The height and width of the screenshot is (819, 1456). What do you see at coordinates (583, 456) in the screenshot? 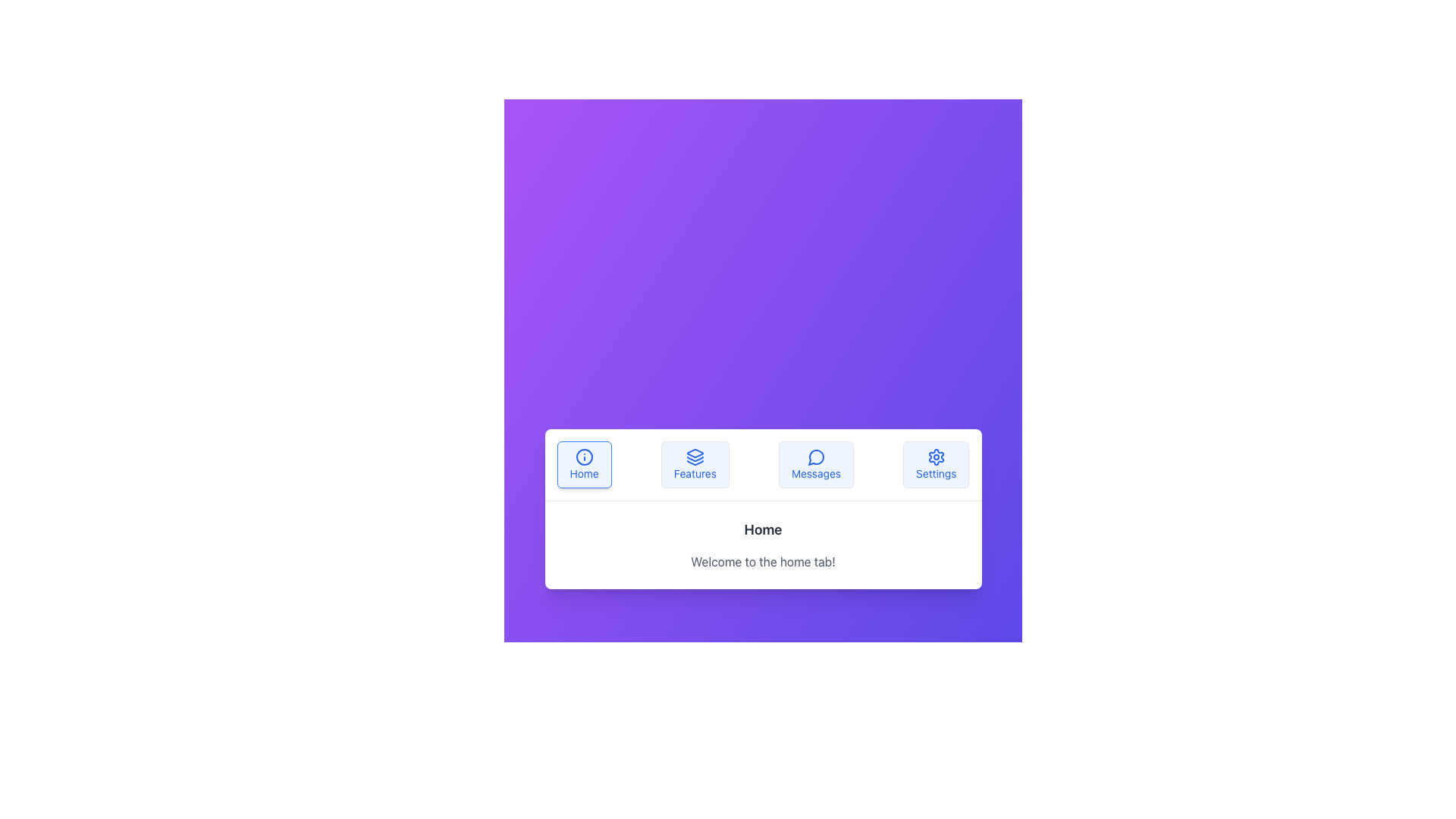
I see `the 'Home' icon in the navigation menu` at bounding box center [583, 456].